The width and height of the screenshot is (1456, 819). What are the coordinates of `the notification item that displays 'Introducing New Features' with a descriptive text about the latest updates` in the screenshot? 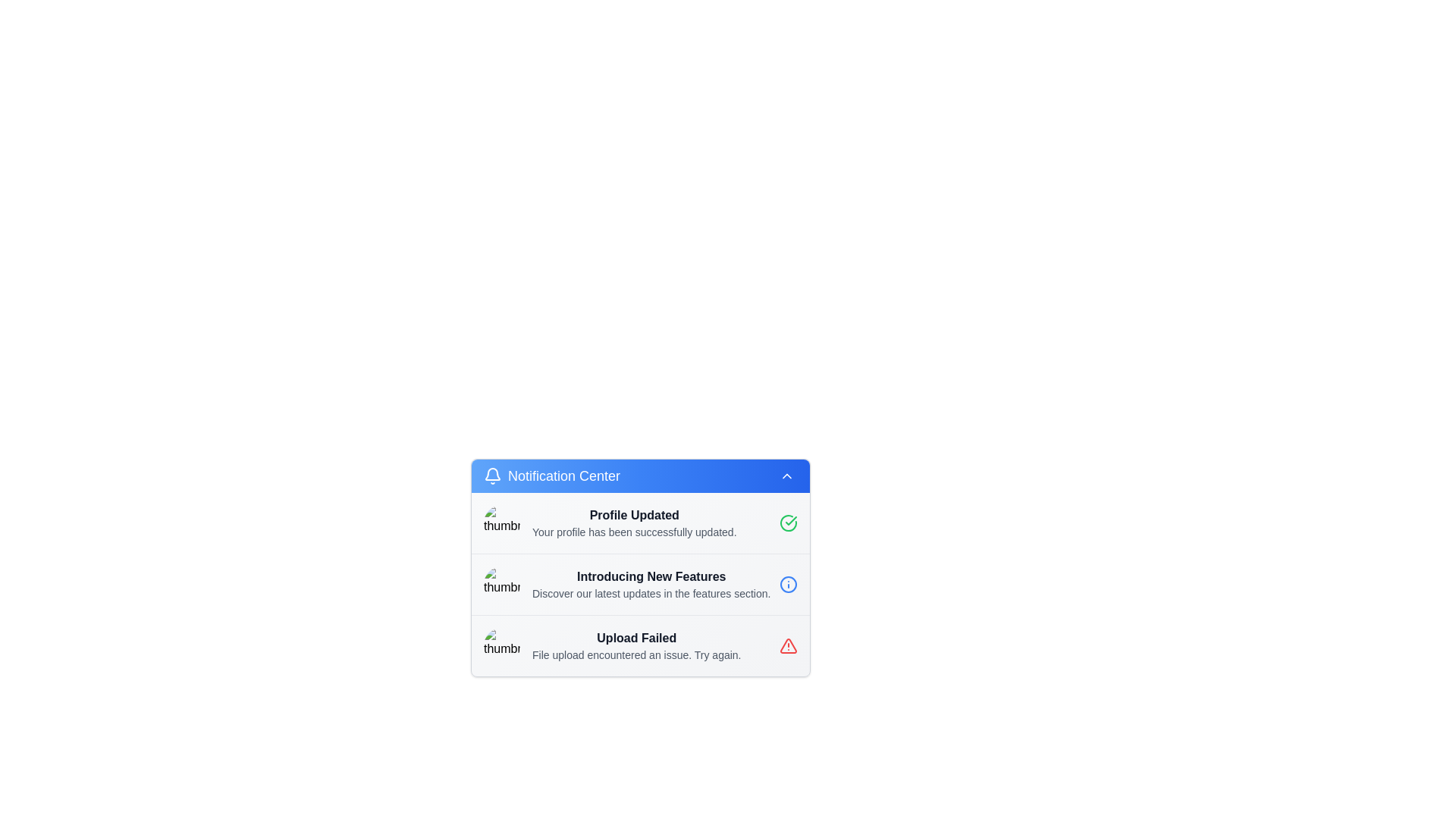 It's located at (640, 583).